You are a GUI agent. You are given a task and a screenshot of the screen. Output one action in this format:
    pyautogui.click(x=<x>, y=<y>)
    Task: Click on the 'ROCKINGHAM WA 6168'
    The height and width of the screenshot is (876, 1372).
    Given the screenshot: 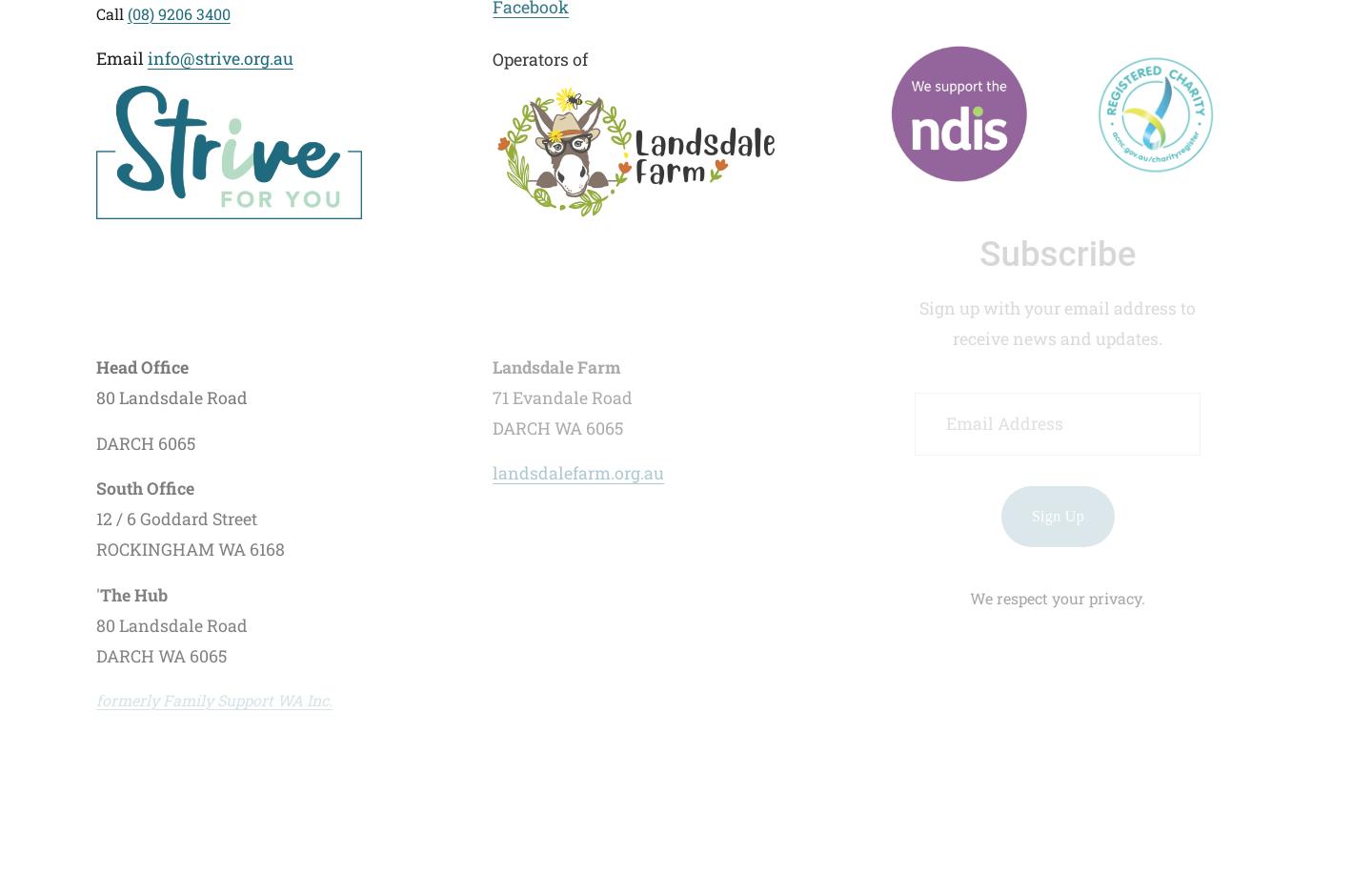 What is the action you would take?
    pyautogui.click(x=190, y=549)
    